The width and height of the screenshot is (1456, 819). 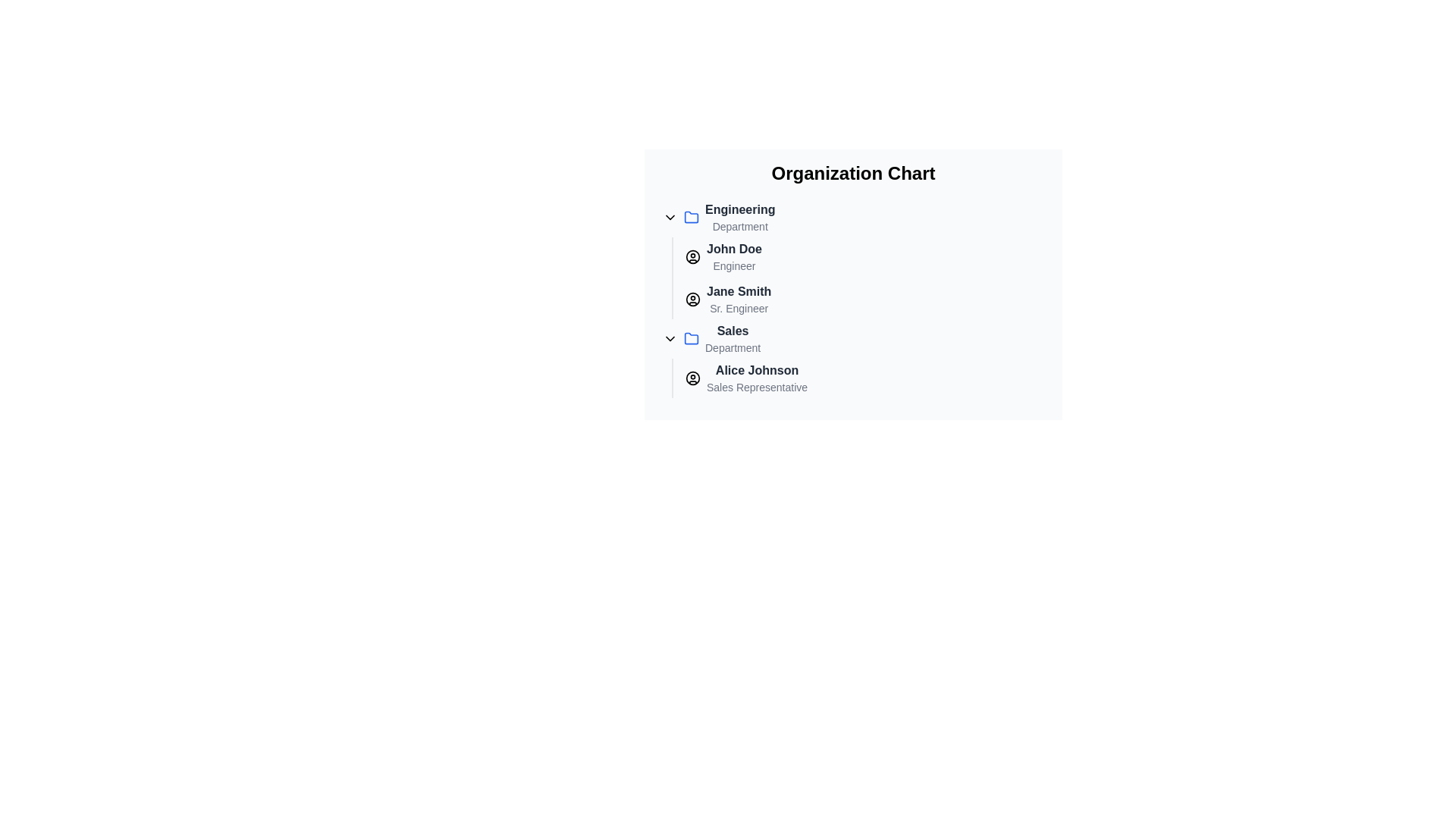 I want to click on text label containing 'Department' which is styled in a smaller font size and lighter gray color, positioned below the bold text 'Sales' in the organization chart section, so click(x=733, y=348).